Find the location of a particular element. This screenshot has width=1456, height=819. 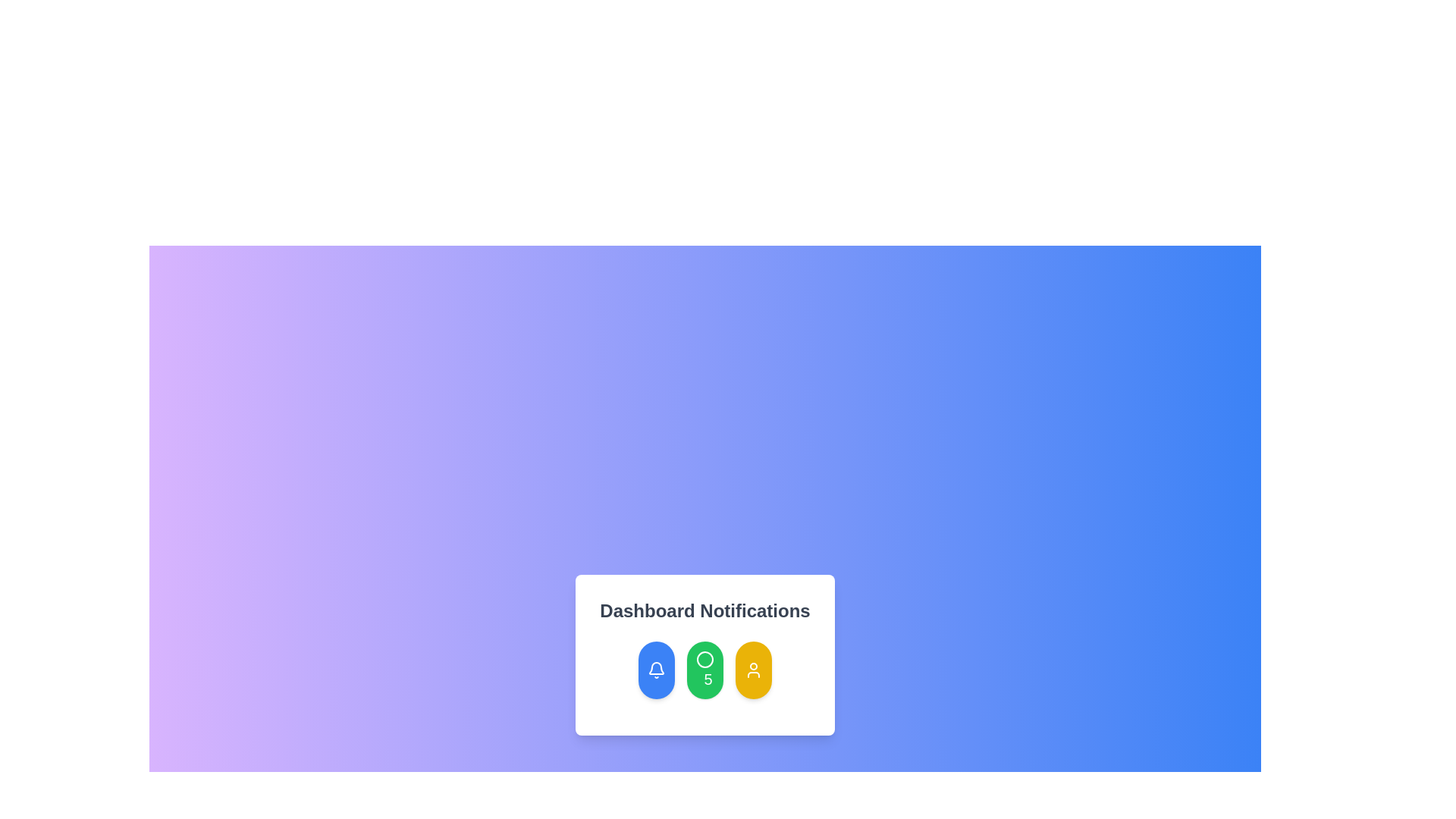

the notification bell icon inside the SVG representation located in the leftmost button of the 'Dashboard Notifications' card is located at coordinates (656, 667).